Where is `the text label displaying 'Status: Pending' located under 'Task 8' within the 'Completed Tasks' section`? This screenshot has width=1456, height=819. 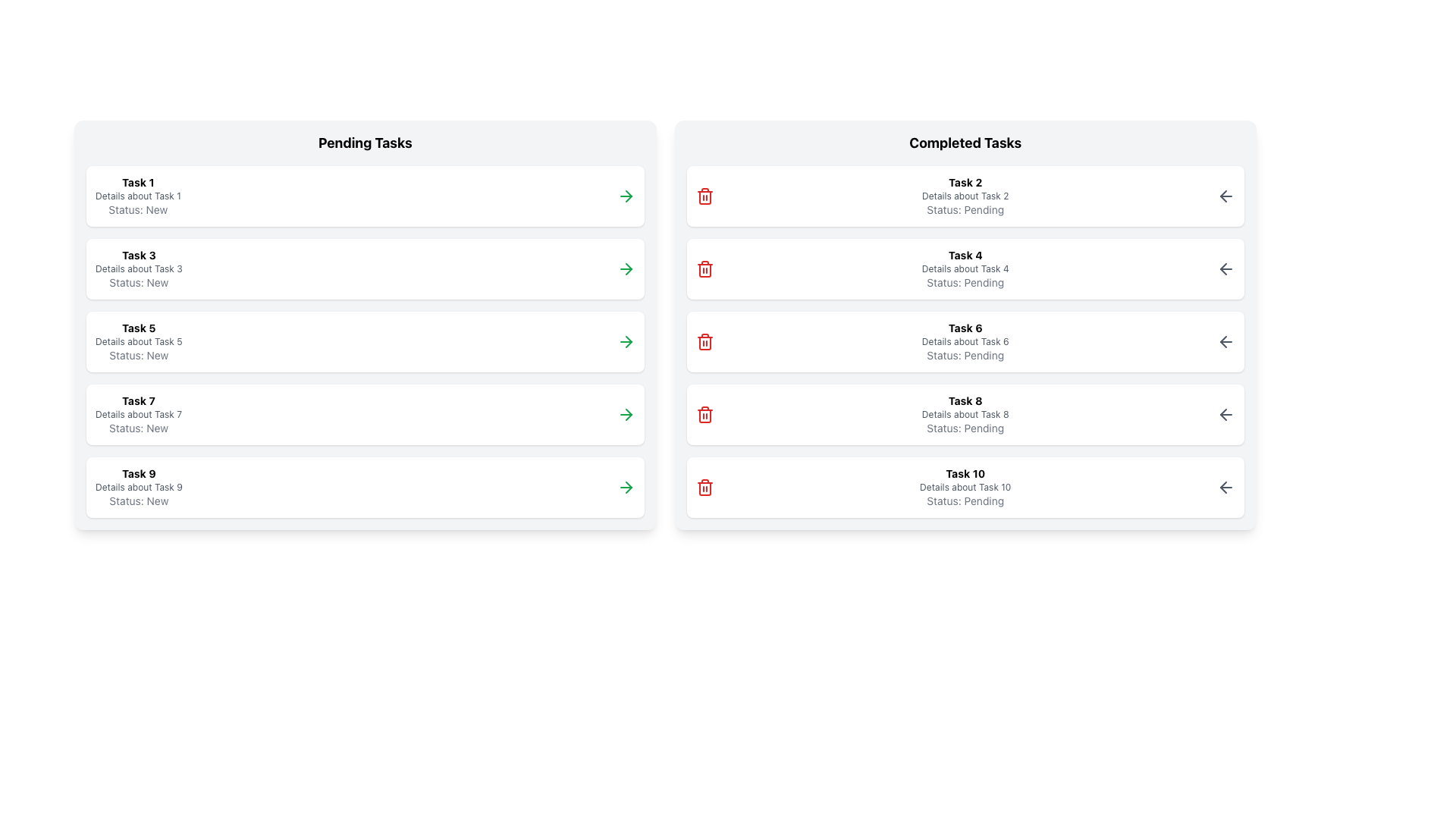 the text label displaying 'Status: Pending' located under 'Task 8' within the 'Completed Tasks' section is located at coordinates (965, 428).